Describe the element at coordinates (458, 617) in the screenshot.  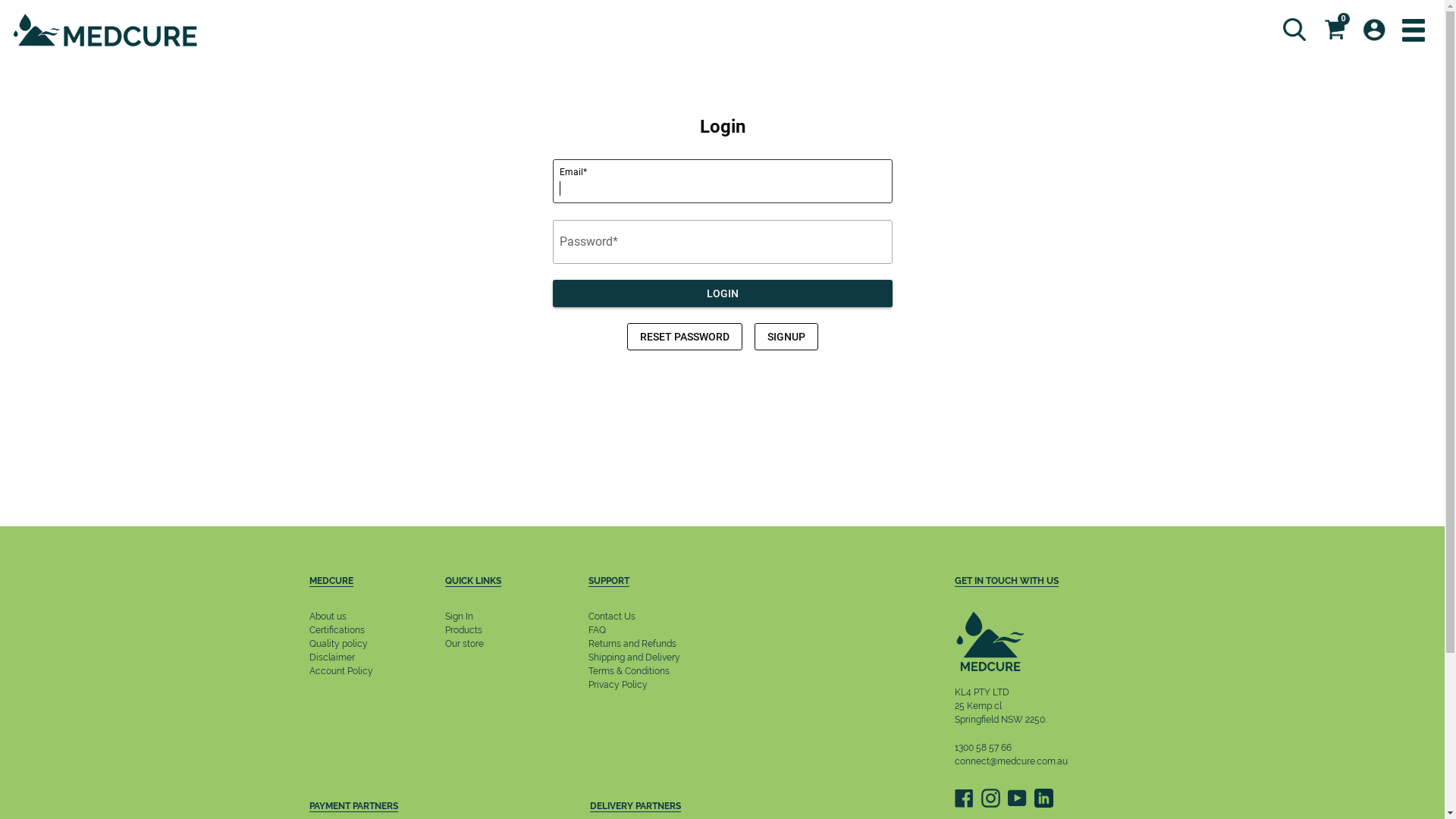
I see `'Sign In'` at that location.